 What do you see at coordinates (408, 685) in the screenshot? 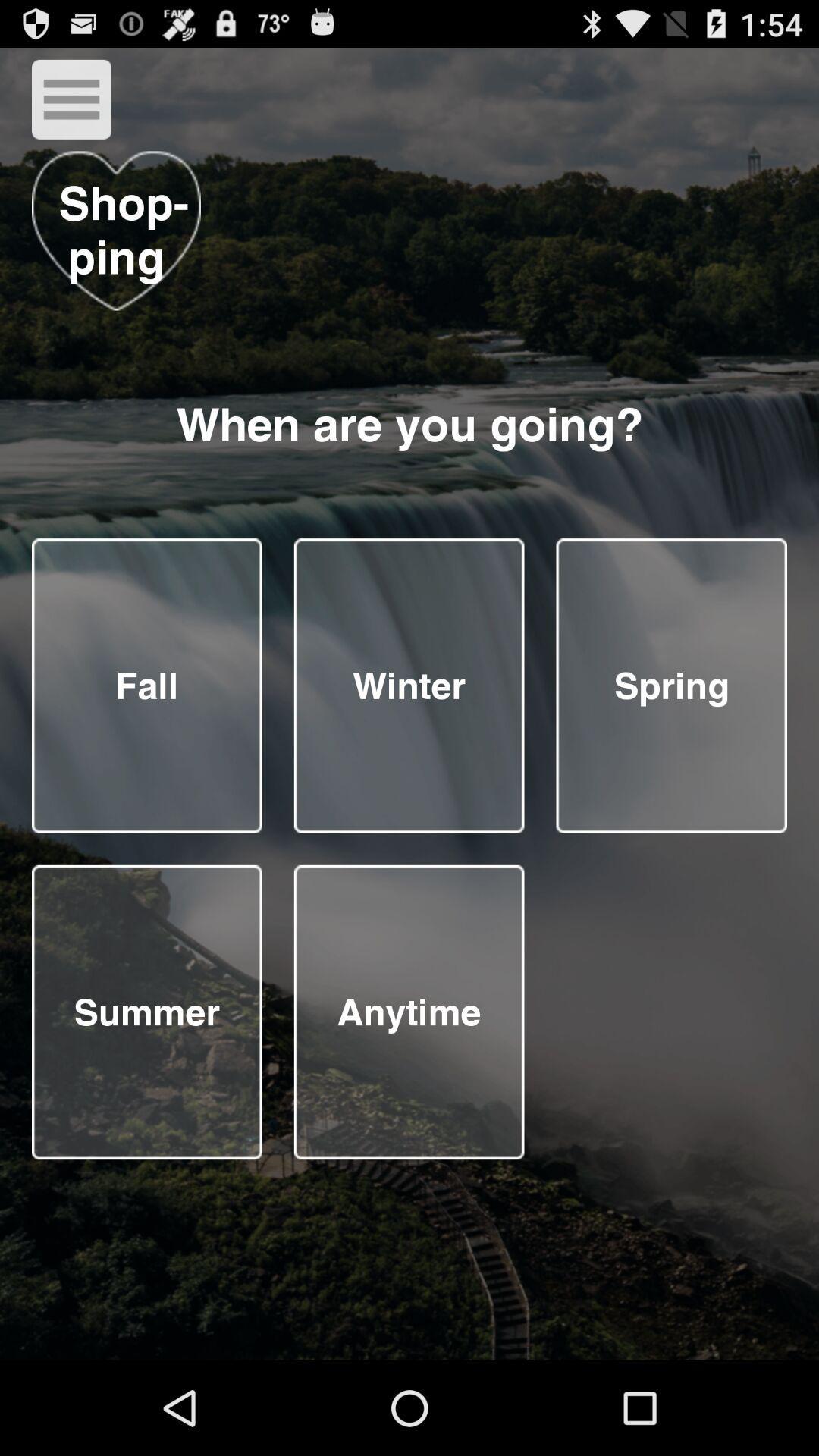
I see `choose the season you are going` at bounding box center [408, 685].